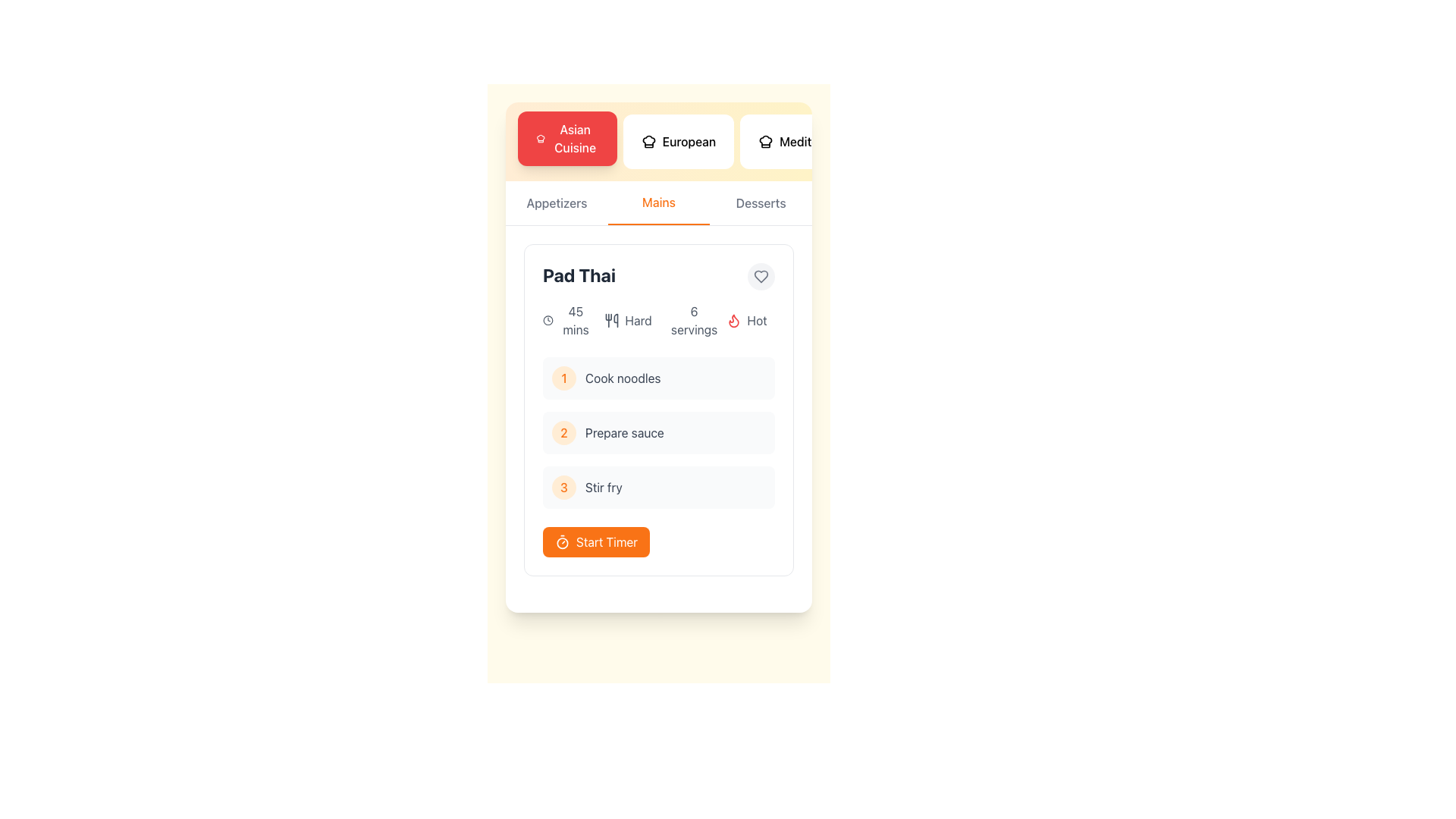 This screenshot has width=1456, height=819. Describe the element at coordinates (757, 320) in the screenshot. I see `the text label indicating the recipe's spiciness or temperature, positioned to the right of the flame icon` at that location.